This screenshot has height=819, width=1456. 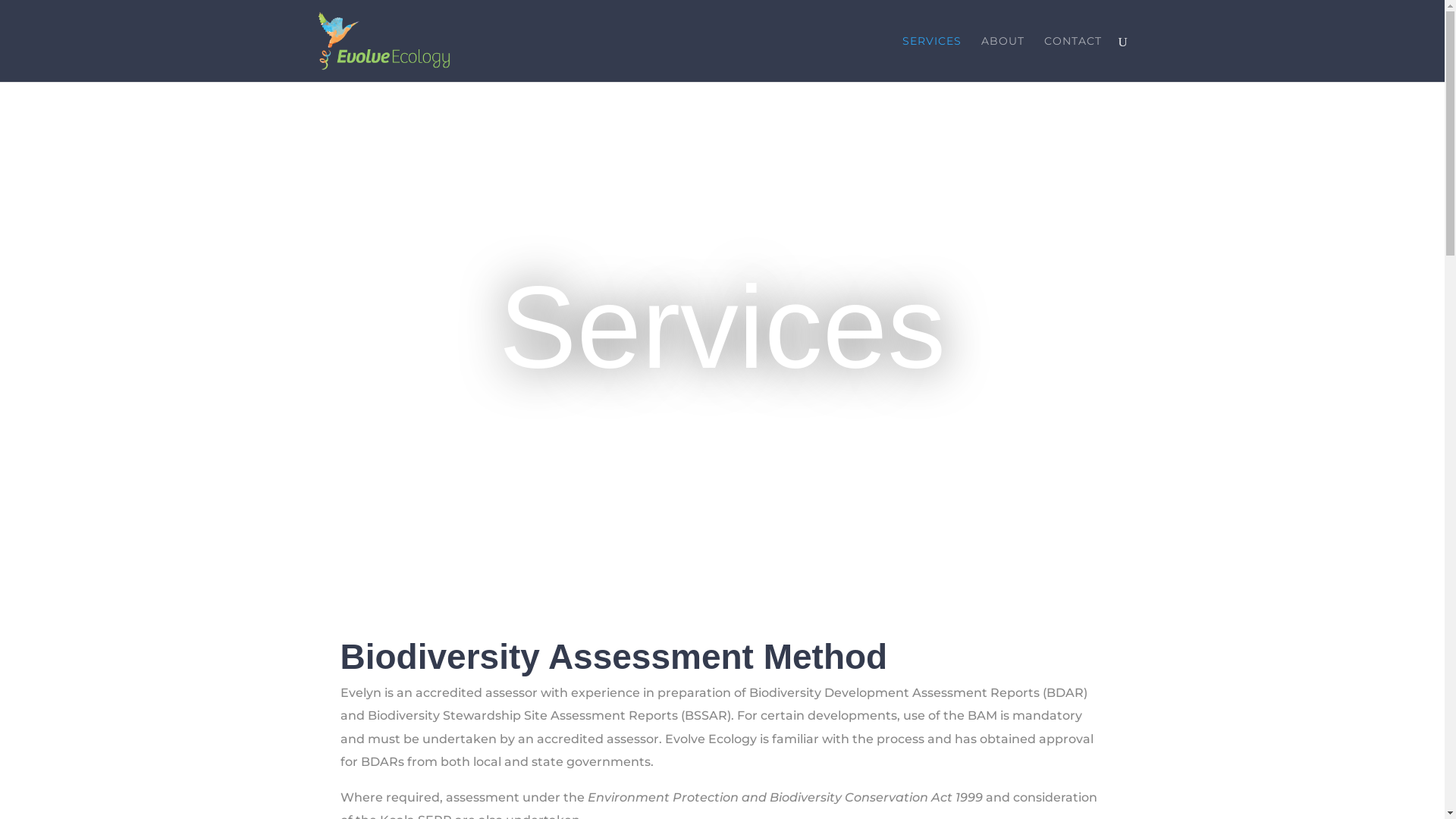 What do you see at coordinates (1072, 58) in the screenshot?
I see `'CONTACT'` at bounding box center [1072, 58].